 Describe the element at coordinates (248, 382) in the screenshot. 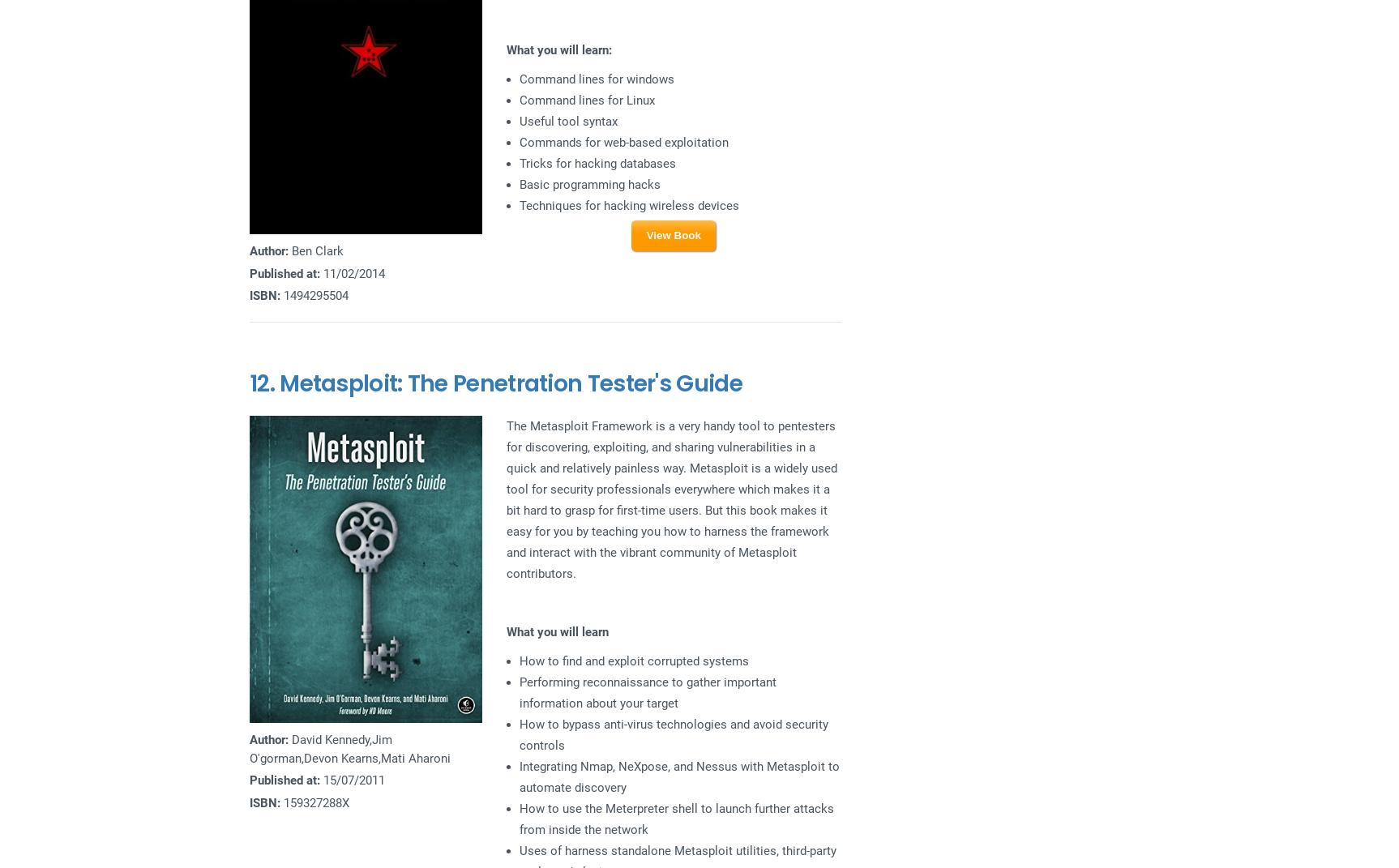

I see `'12.'` at that location.